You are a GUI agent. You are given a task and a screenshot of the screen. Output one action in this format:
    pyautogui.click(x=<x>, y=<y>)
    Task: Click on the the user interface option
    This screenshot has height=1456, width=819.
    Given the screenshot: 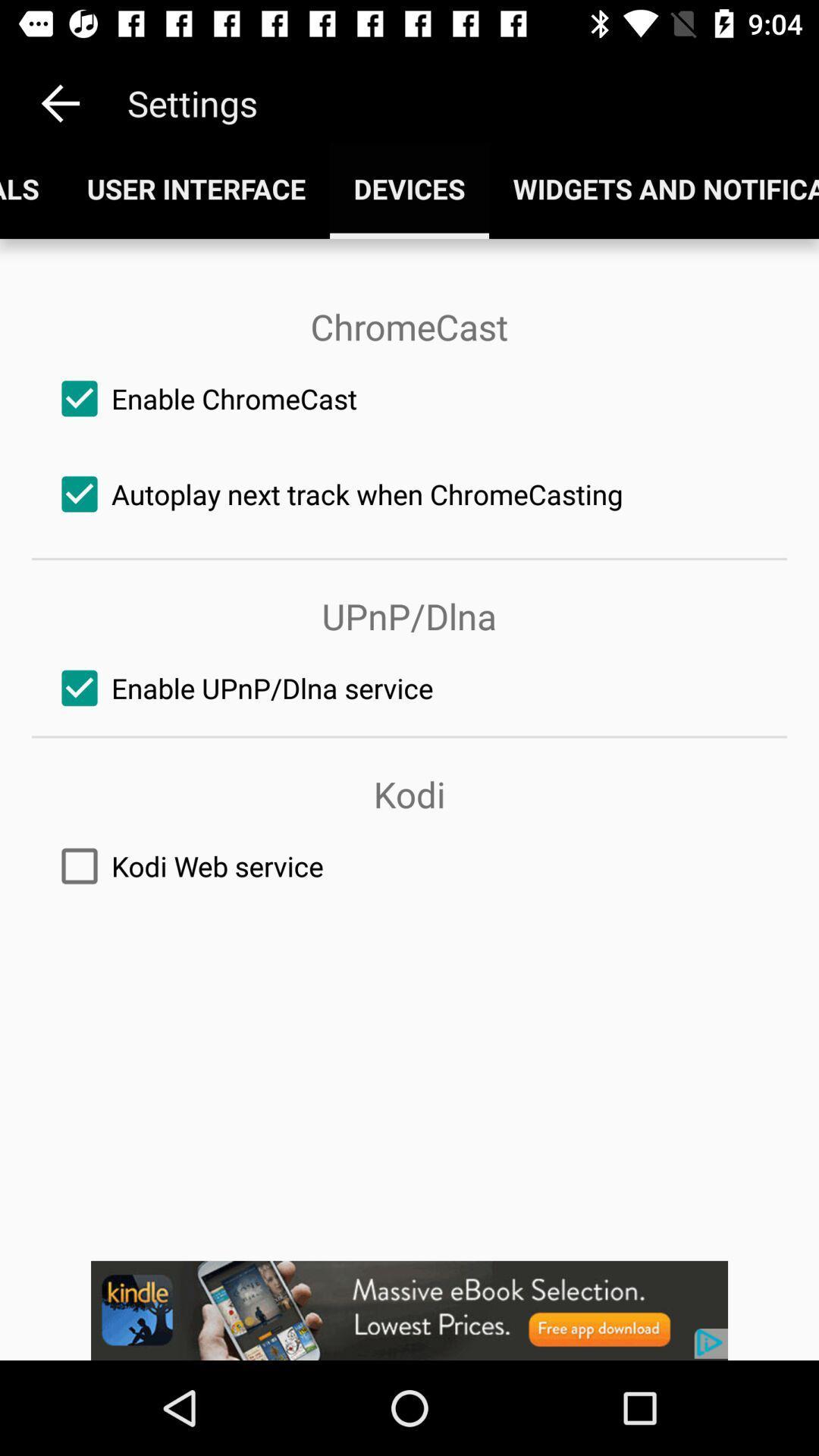 What is the action you would take?
    pyautogui.click(x=195, y=188)
    